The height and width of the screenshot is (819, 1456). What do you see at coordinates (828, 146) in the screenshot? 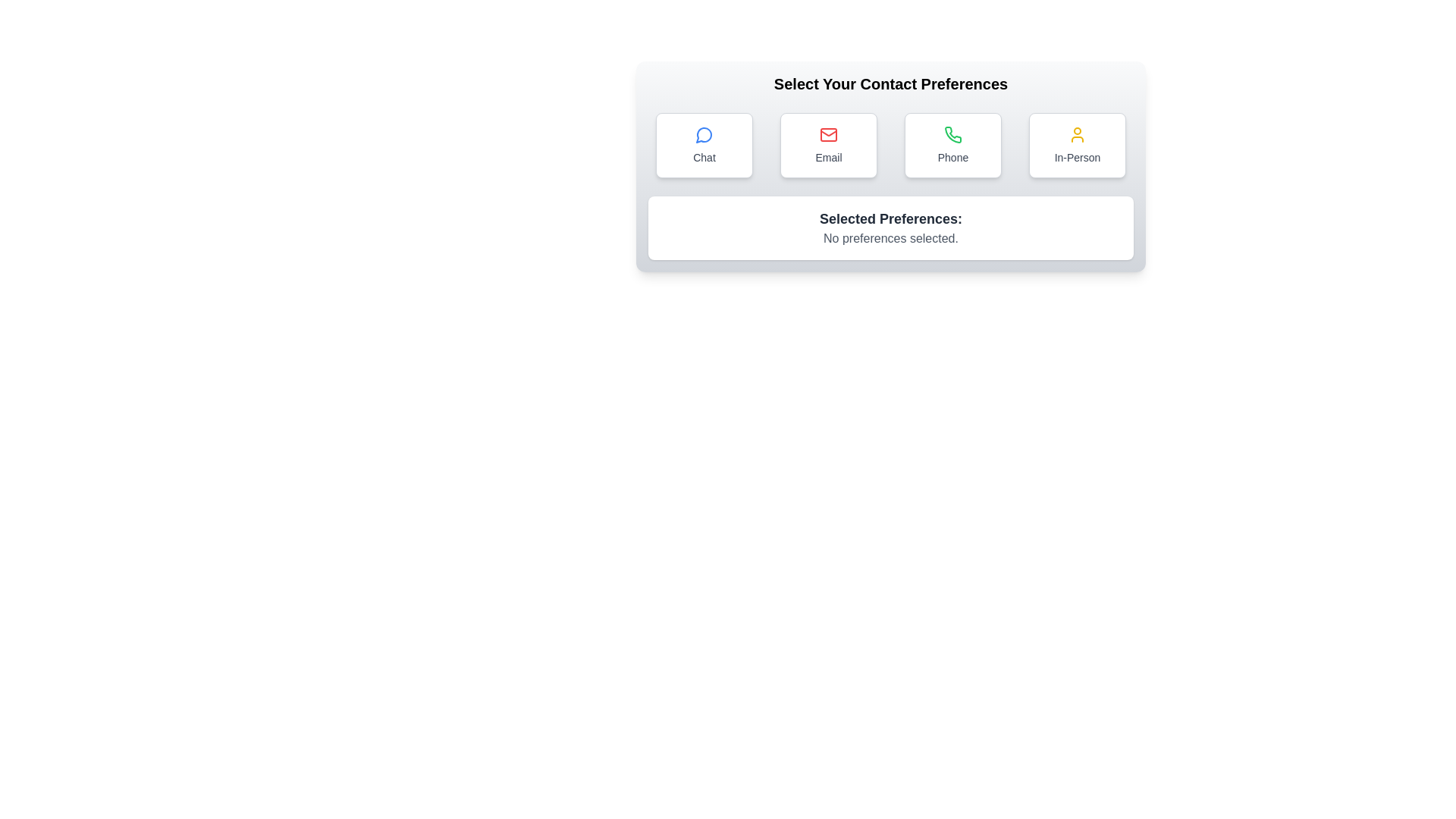
I see `the Email button to select the corresponding contact preference` at bounding box center [828, 146].